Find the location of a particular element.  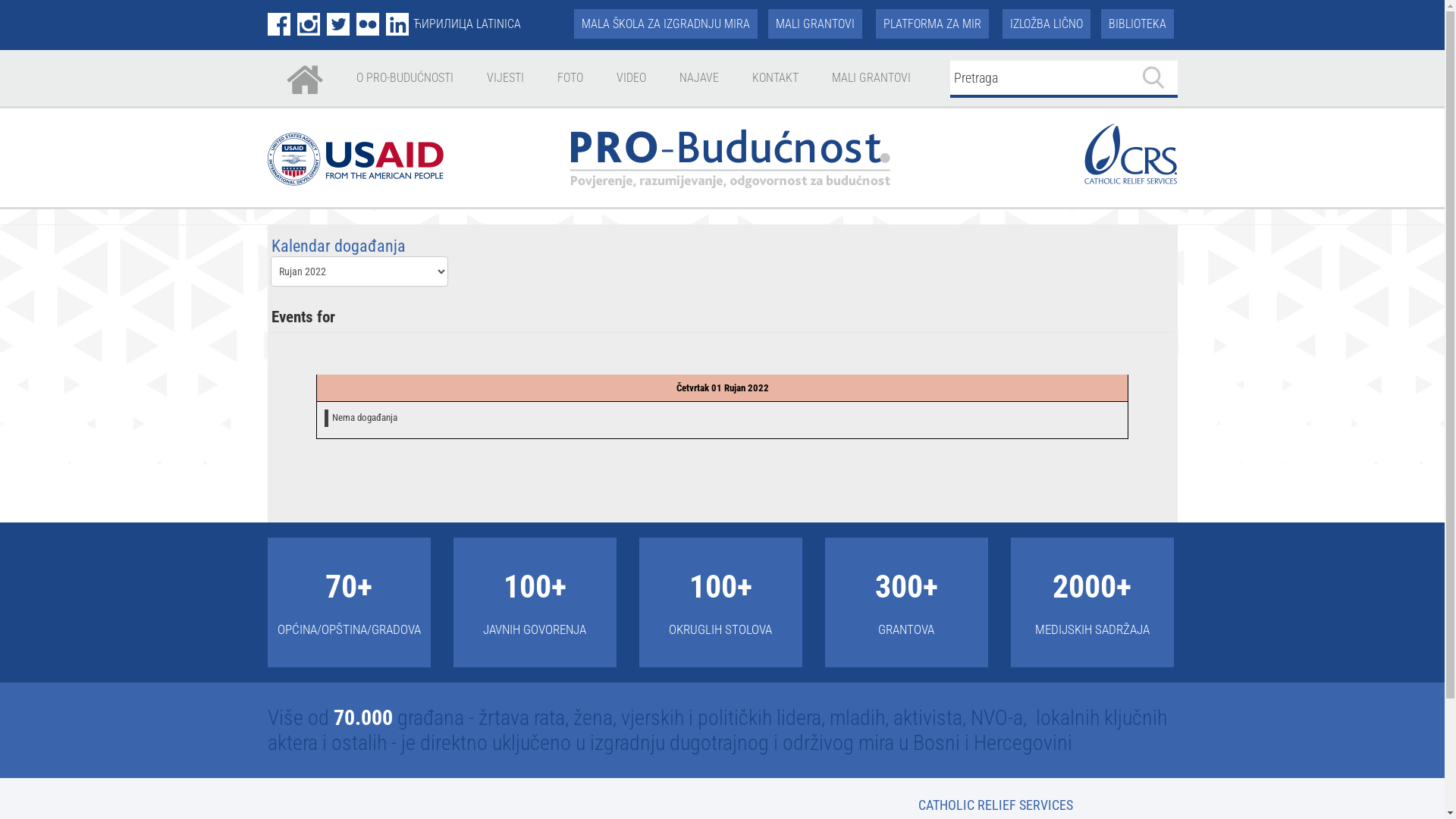

'BIBLIOTEKA' is located at coordinates (1137, 24).